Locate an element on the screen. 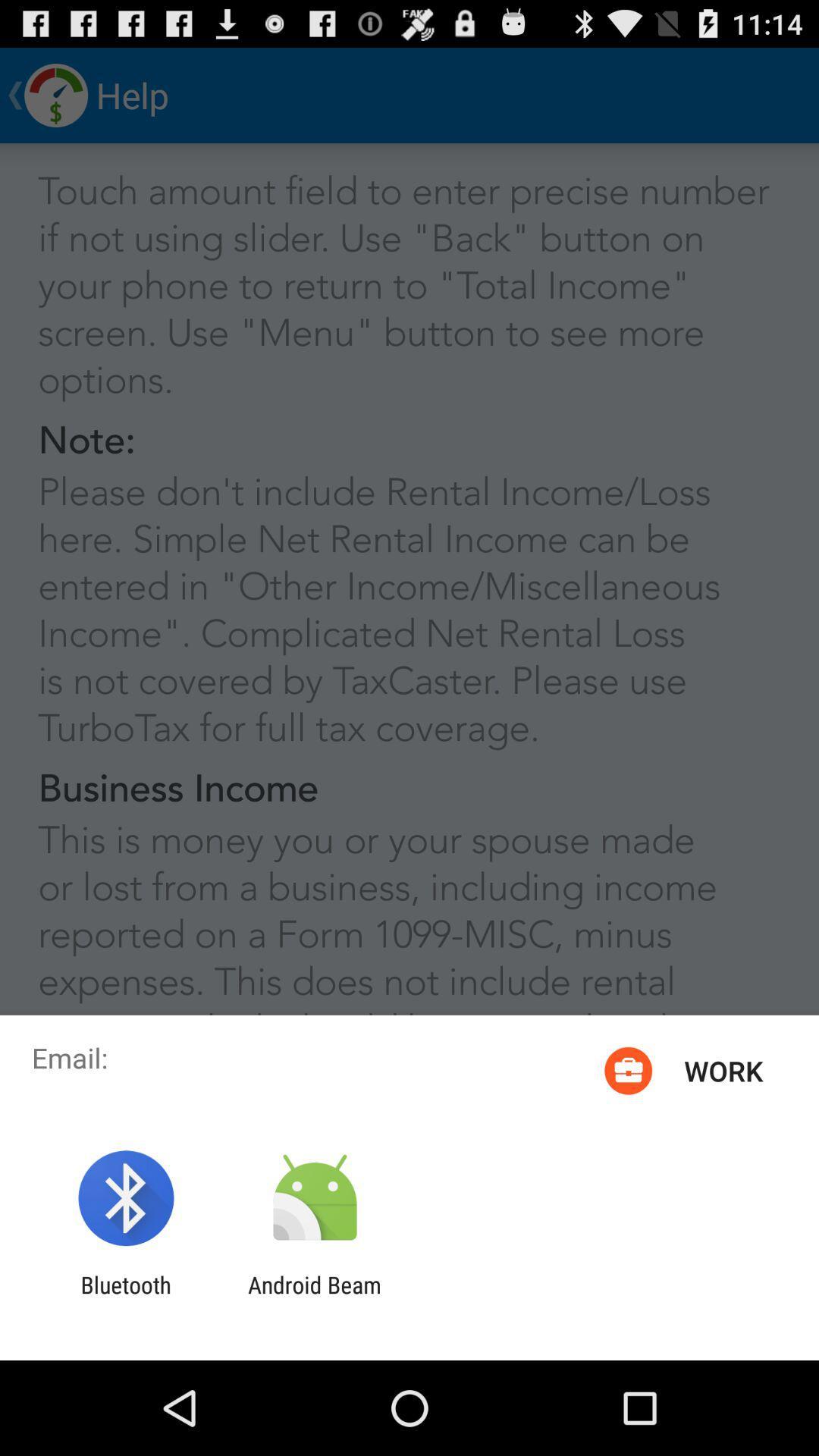  android beam icon is located at coordinates (314, 1298).